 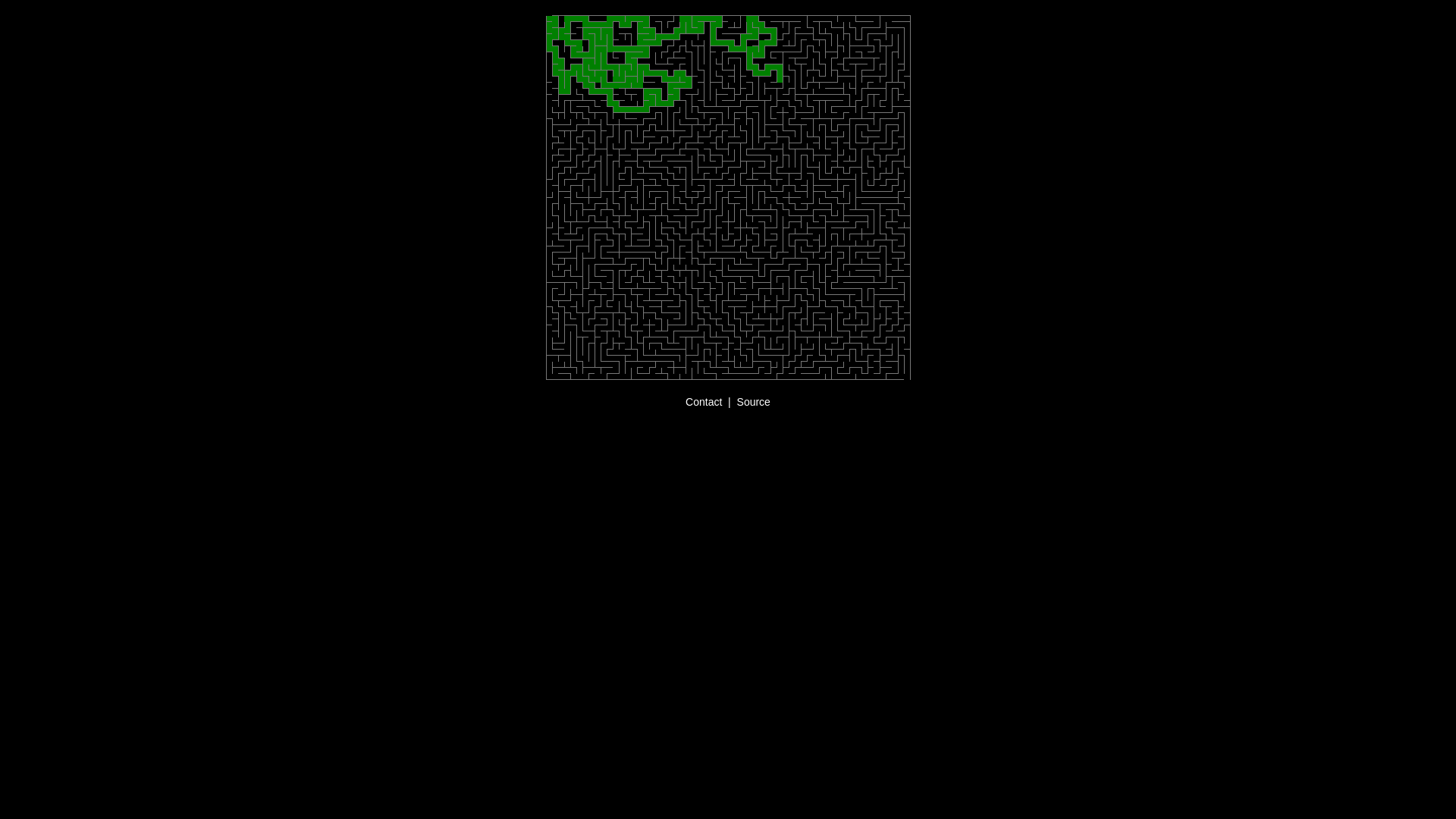 What do you see at coordinates (753, 400) in the screenshot?
I see `'Source'` at bounding box center [753, 400].